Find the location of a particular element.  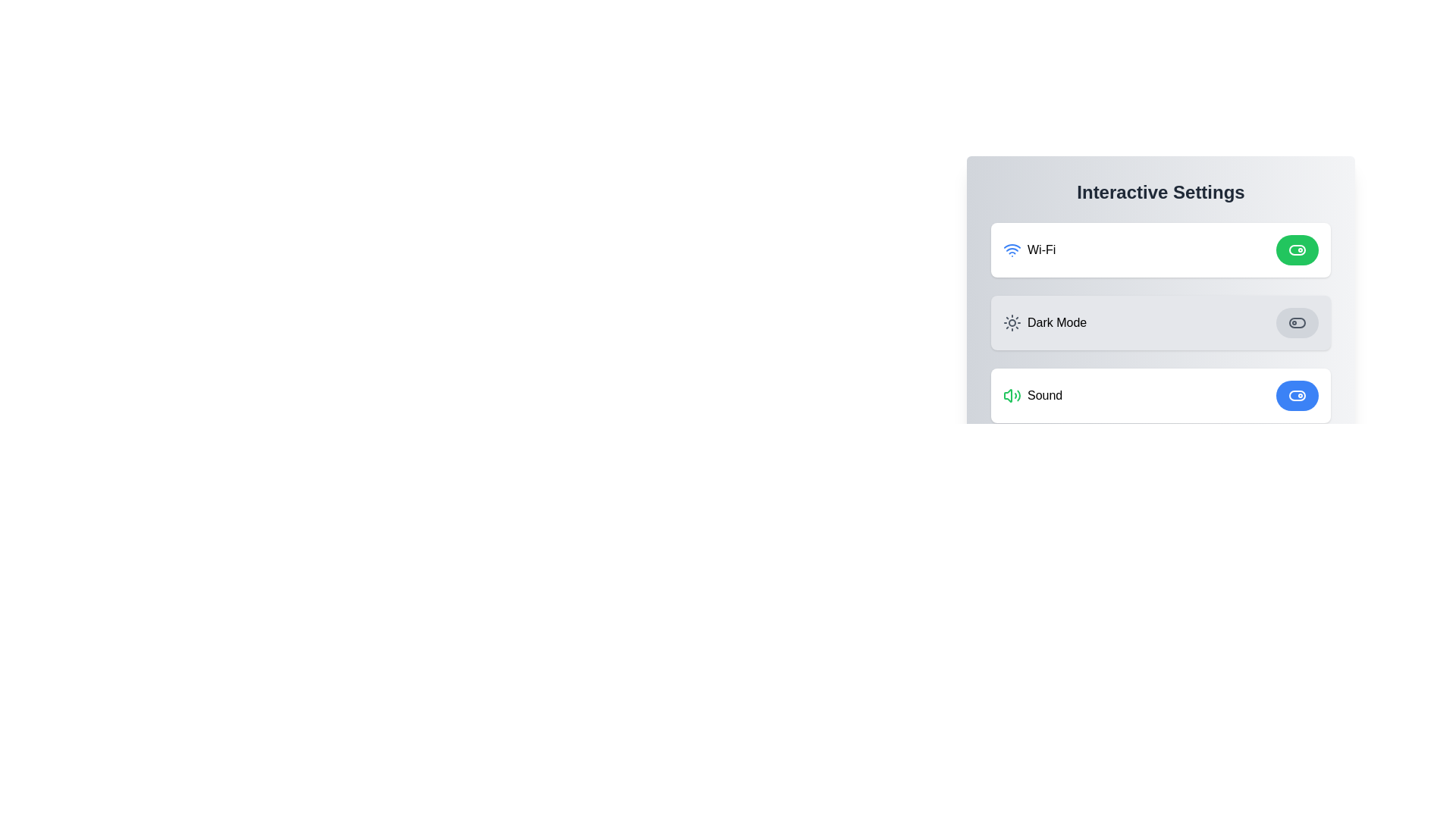

the Background/Track element of the toggle switch for the 'Dark Mode' setting located in the second row of the setting options is located at coordinates (1296, 322).